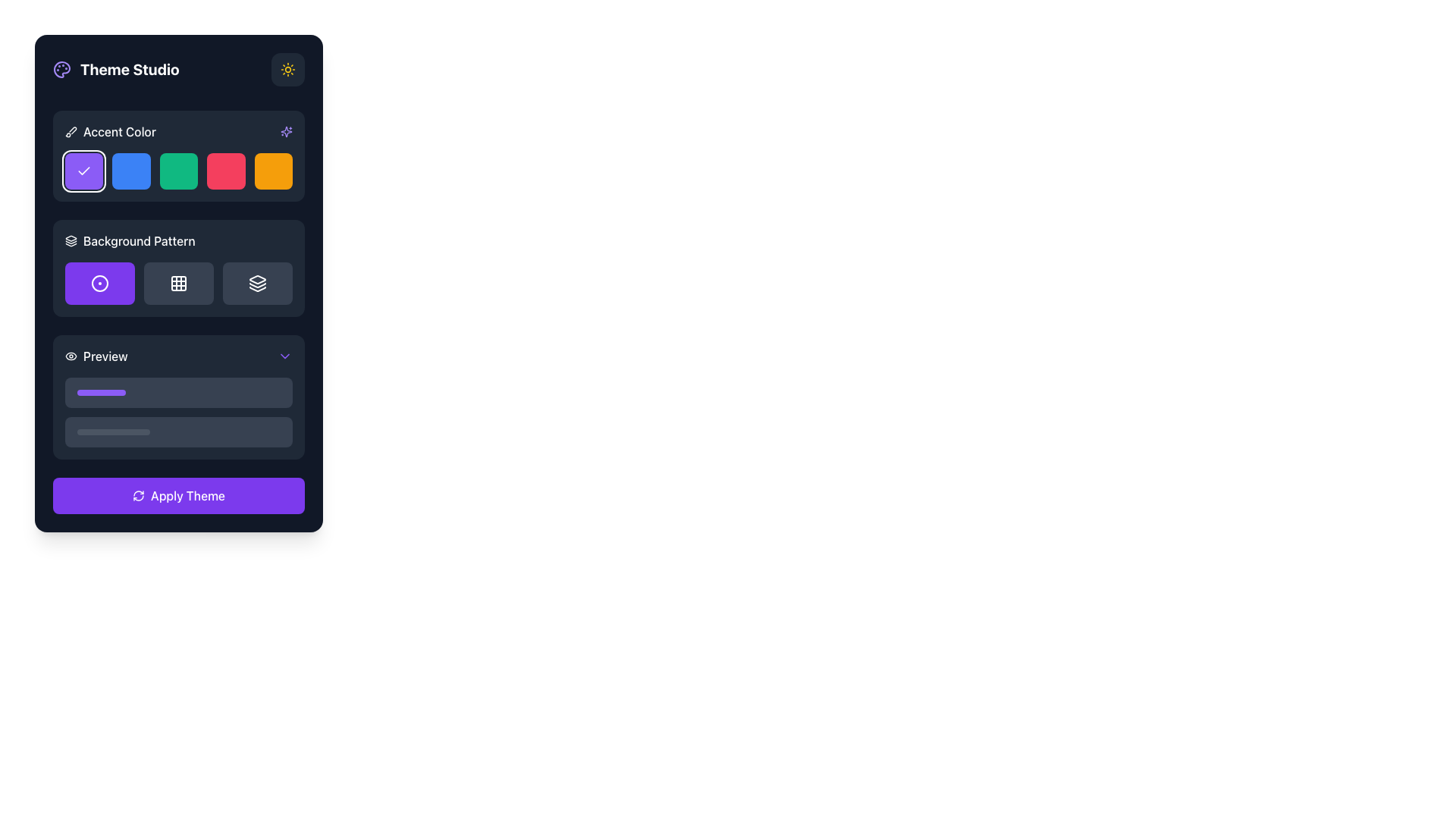 The image size is (1456, 819). Describe the element at coordinates (178, 284) in the screenshot. I see `the middle button in the 'Background Pattern' group` at that location.